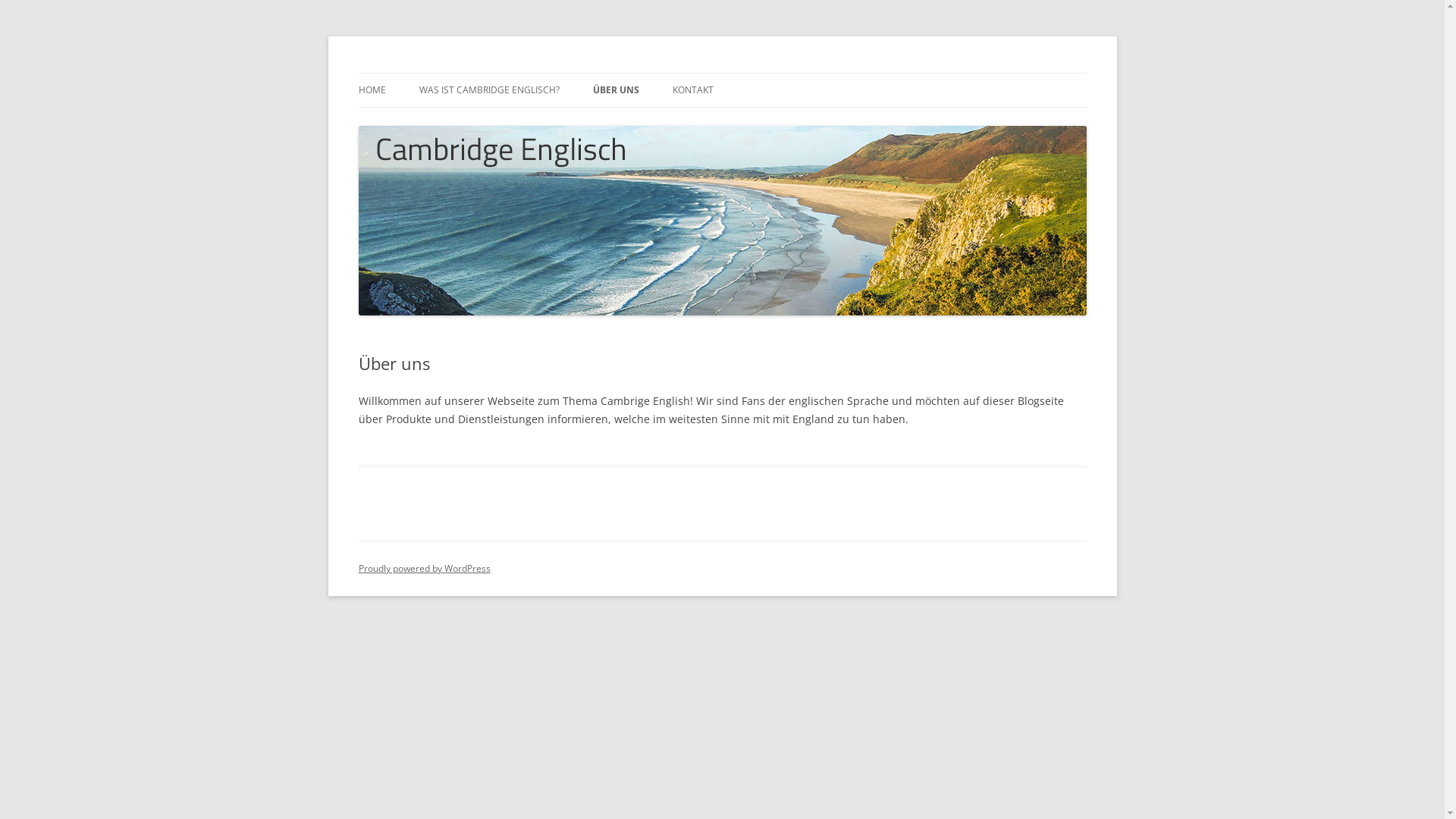 Image resolution: width=1456 pixels, height=819 pixels. What do you see at coordinates (691, 90) in the screenshot?
I see `'KONTAKT'` at bounding box center [691, 90].